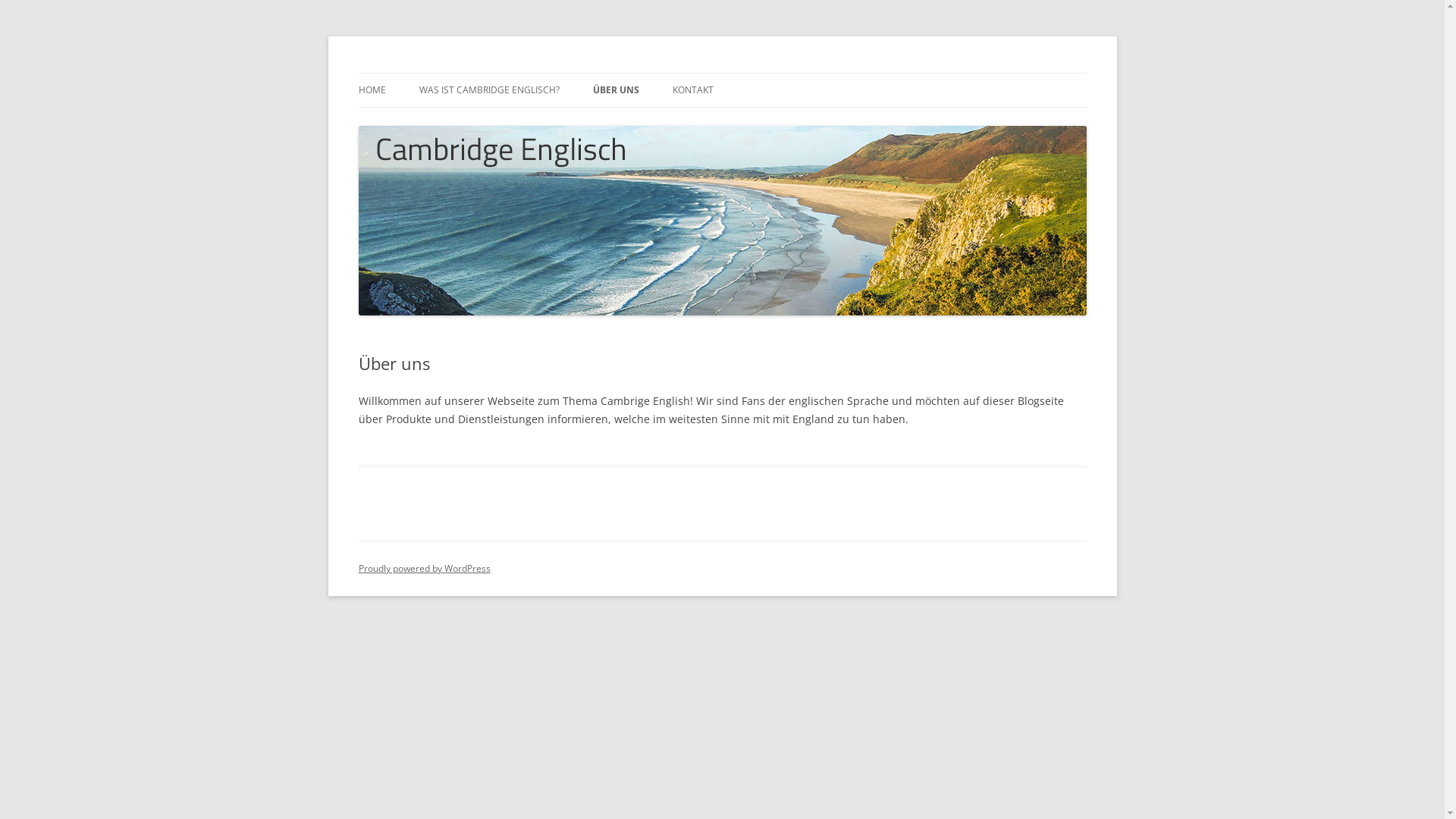 Image resolution: width=1456 pixels, height=819 pixels. What do you see at coordinates (691, 90) in the screenshot?
I see `'KONTAKT'` at bounding box center [691, 90].